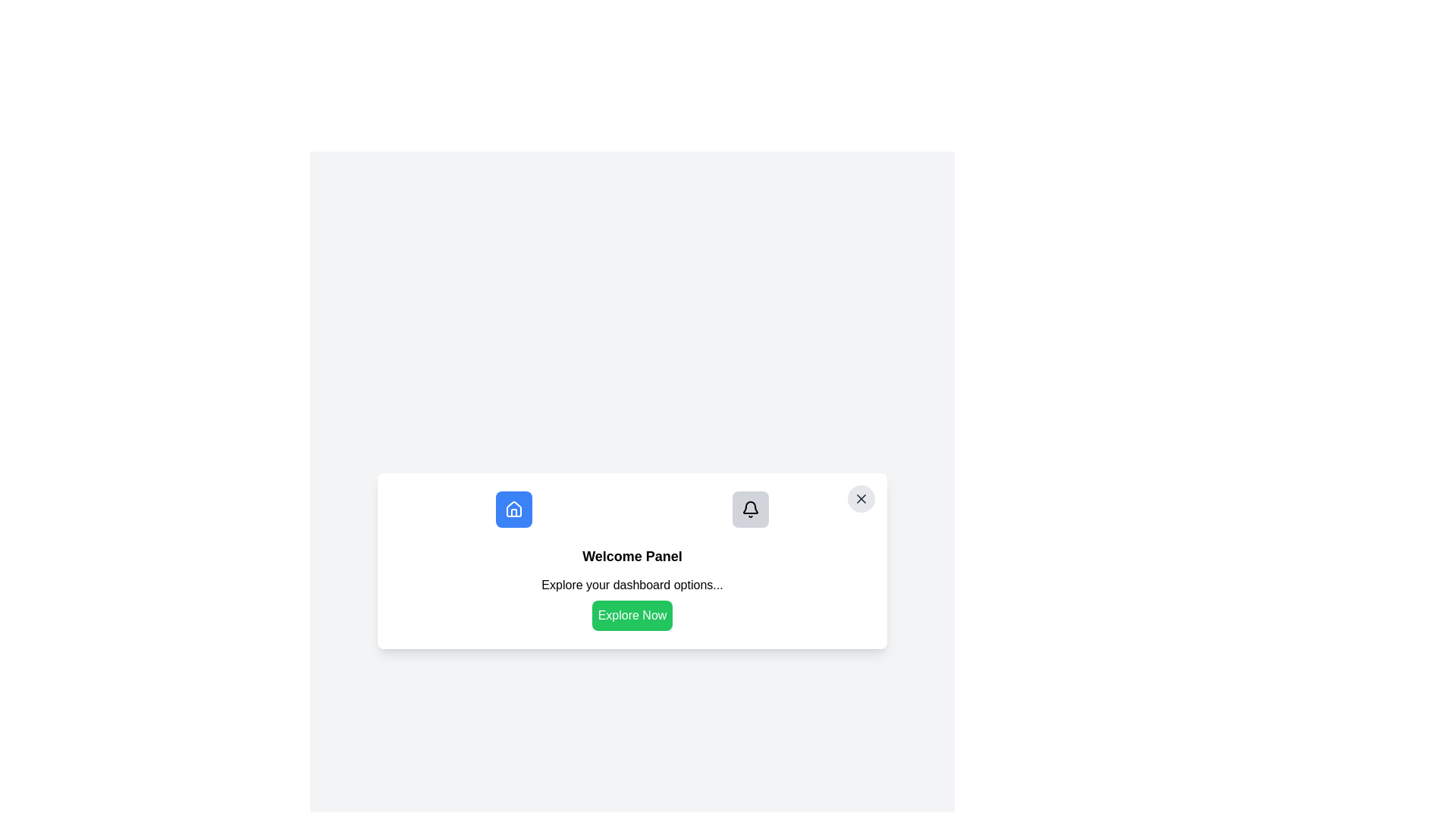 The width and height of the screenshot is (1456, 819). What do you see at coordinates (632, 556) in the screenshot?
I see `text of the bold black header that says 'Welcome Panel', which is positioned at the center of the panel area above the green button` at bounding box center [632, 556].